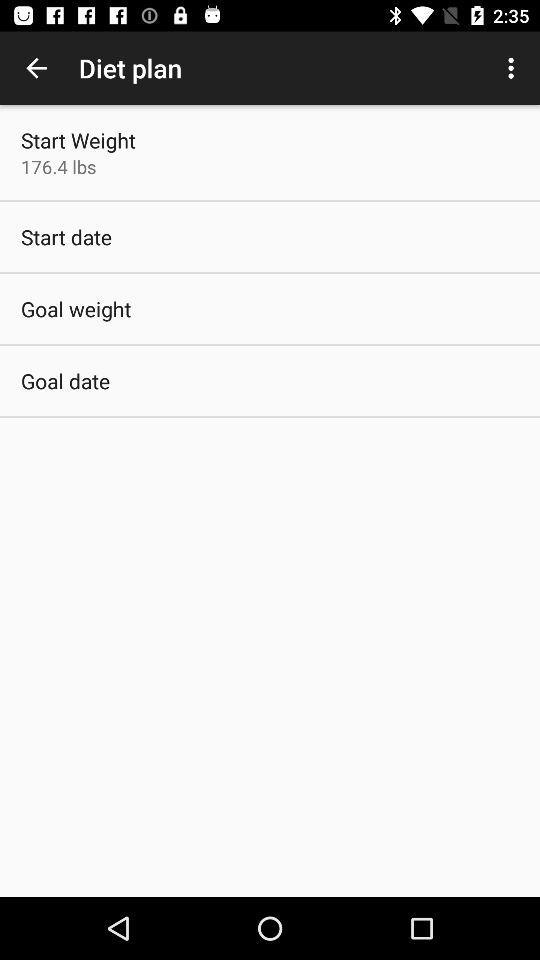  Describe the element at coordinates (58, 165) in the screenshot. I see `the 176.4 lbs` at that location.